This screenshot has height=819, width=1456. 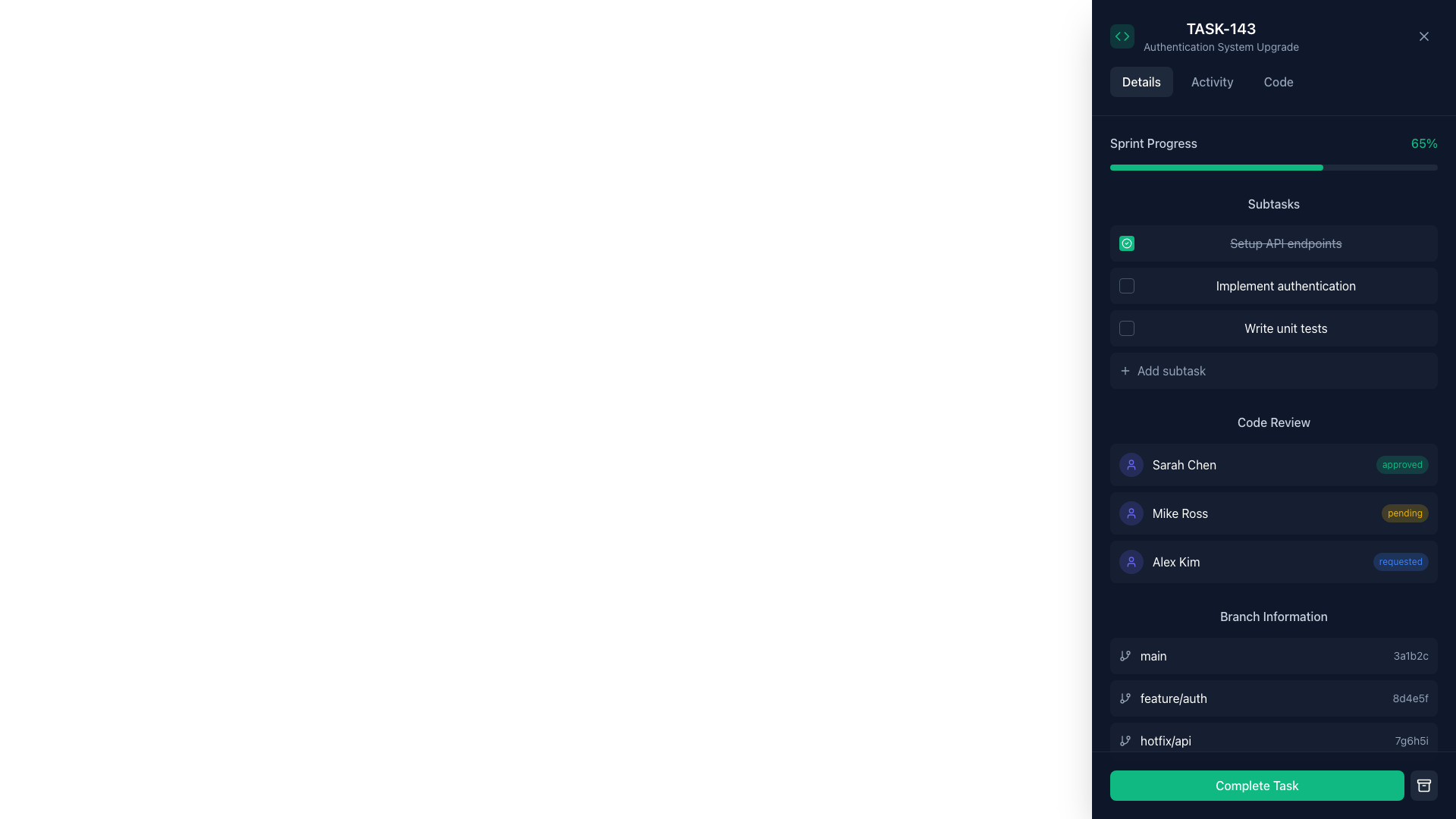 What do you see at coordinates (1131, 464) in the screenshot?
I see `the circular avatar or profile picture placeholder representing user 'Sarah Chen', which is positioned to the left of the text 'Sarah Chen'` at bounding box center [1131, 464].